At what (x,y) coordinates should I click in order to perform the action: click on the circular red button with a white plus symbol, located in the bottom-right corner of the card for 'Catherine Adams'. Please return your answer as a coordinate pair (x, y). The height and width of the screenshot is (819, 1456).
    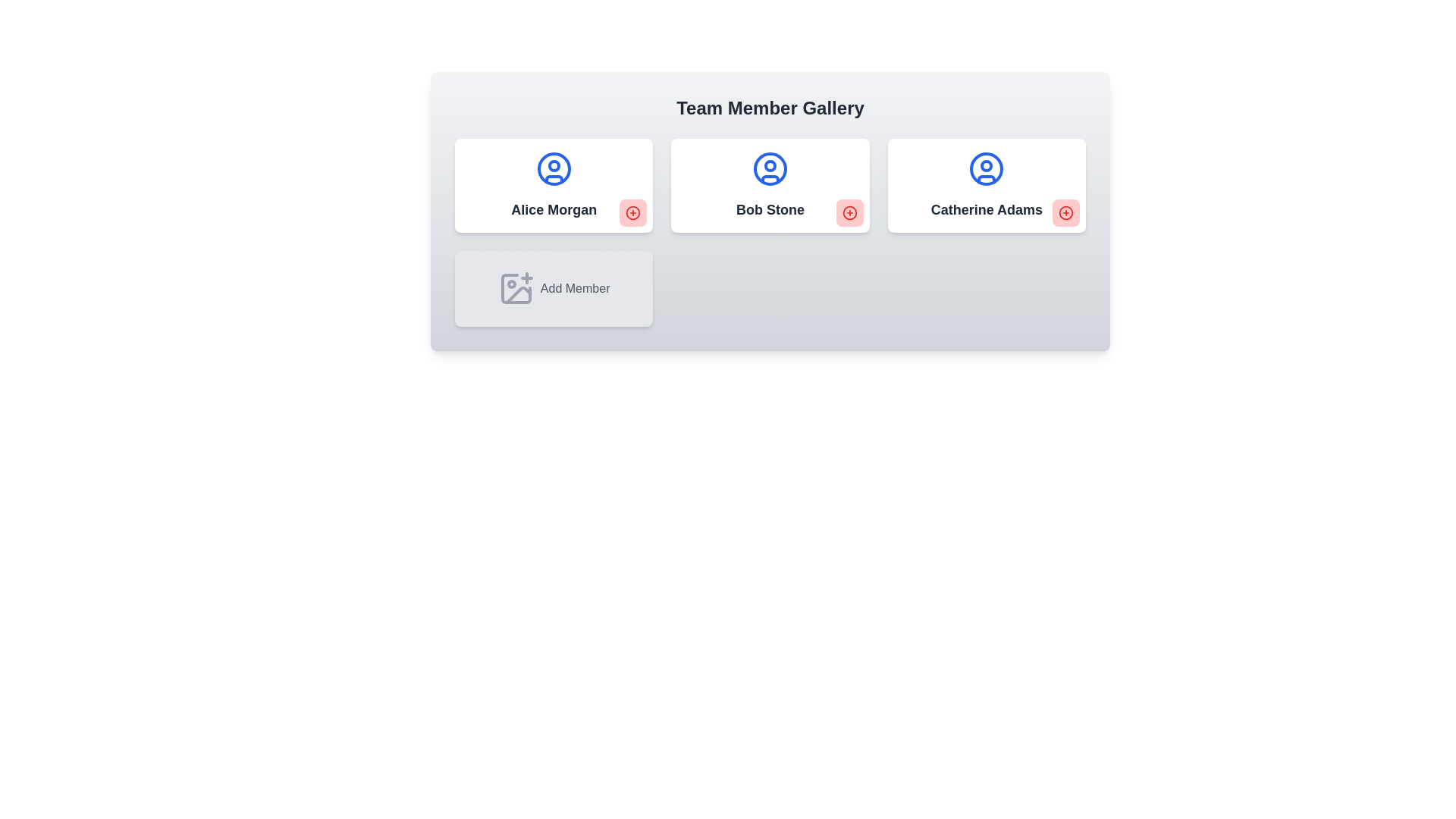
    Looking at the image, I should click on (1065, 213).